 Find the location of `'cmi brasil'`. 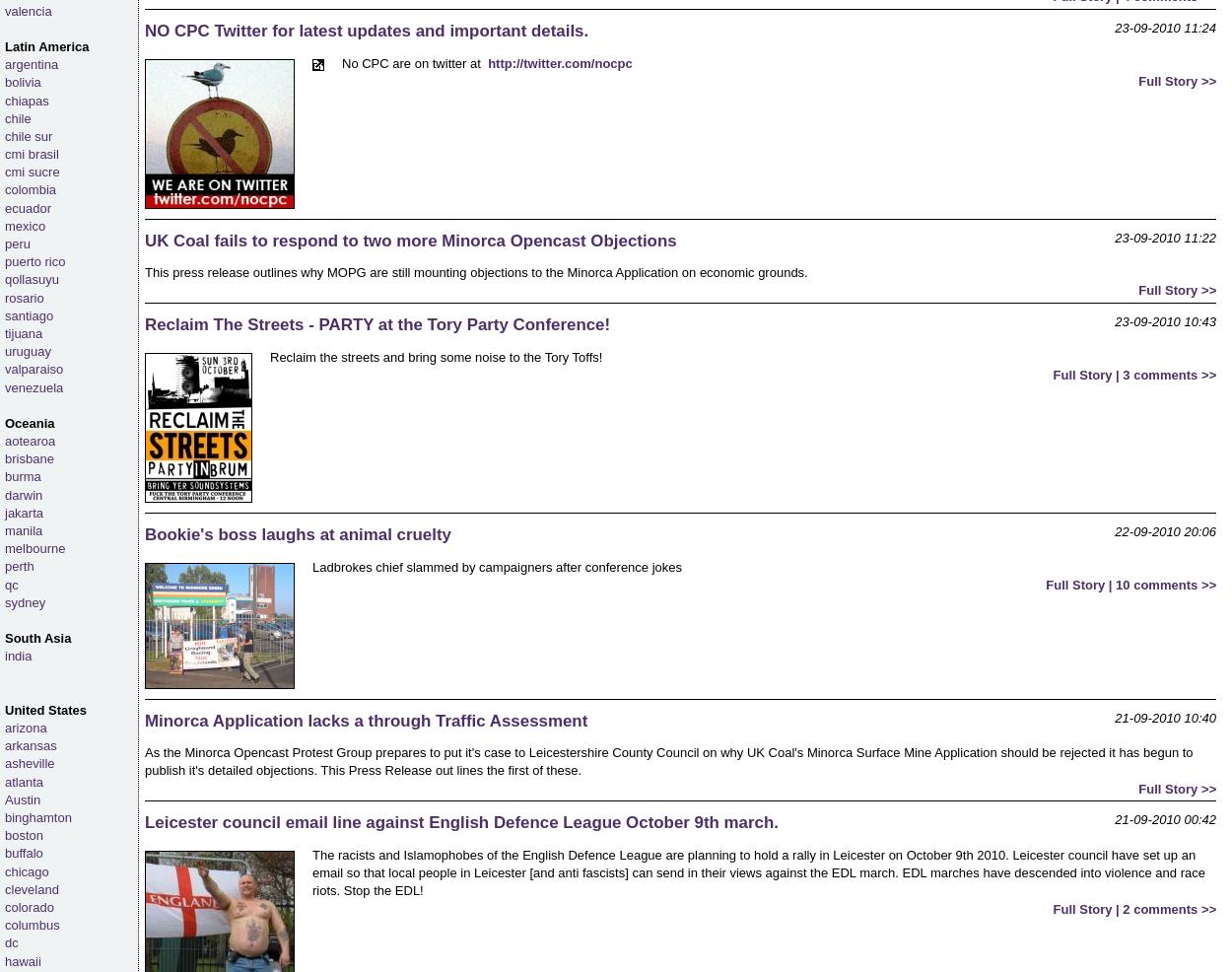

'cmi brasil' is located at coordinates (5, 154).